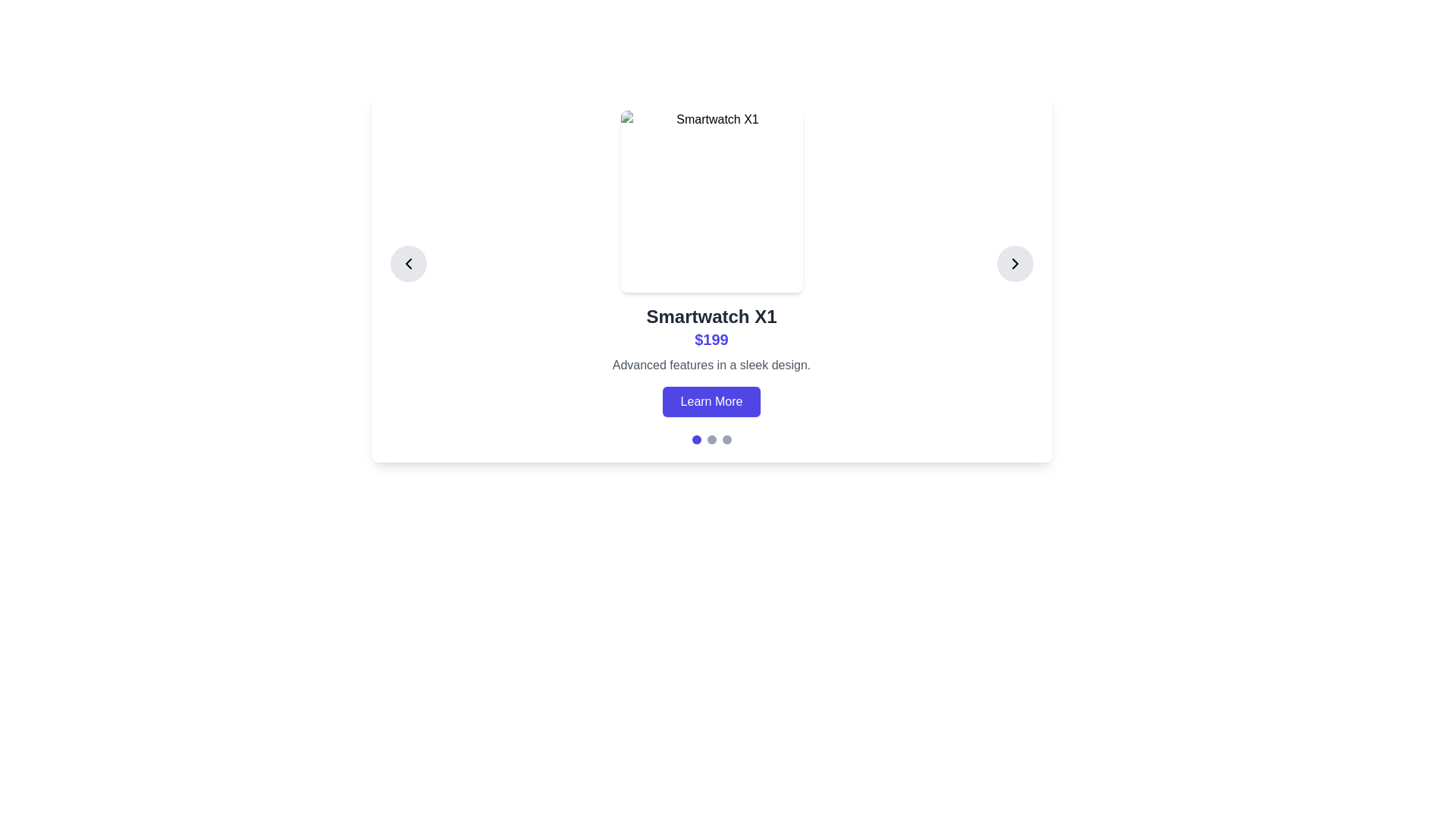  What do you see at coordinates (408, 262) in the screenshot?
I see `the left navigation button of the carousel` at bounding box center [408, 262].